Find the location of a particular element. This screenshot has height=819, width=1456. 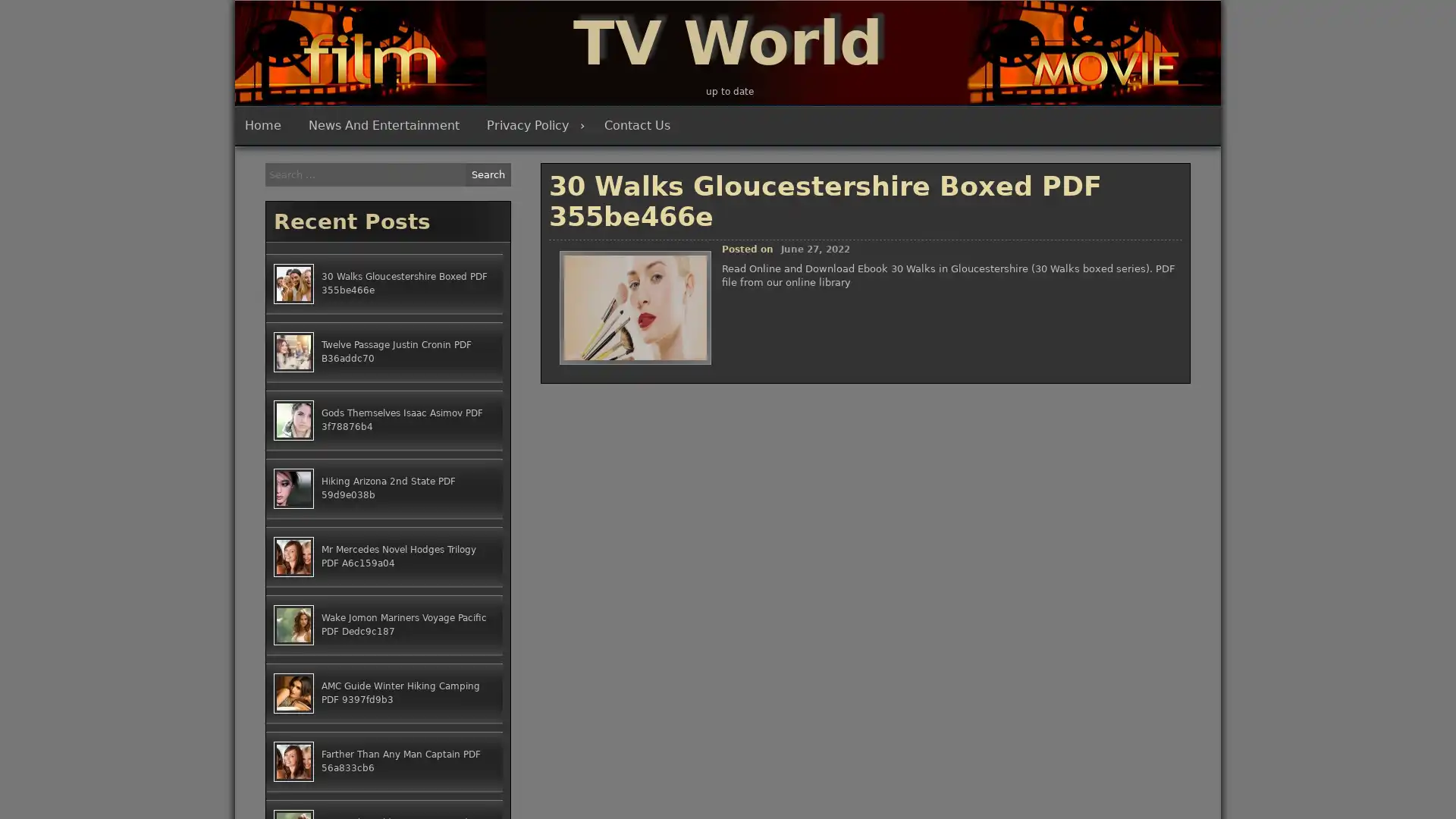

Search is located at coordinates (488, 174).